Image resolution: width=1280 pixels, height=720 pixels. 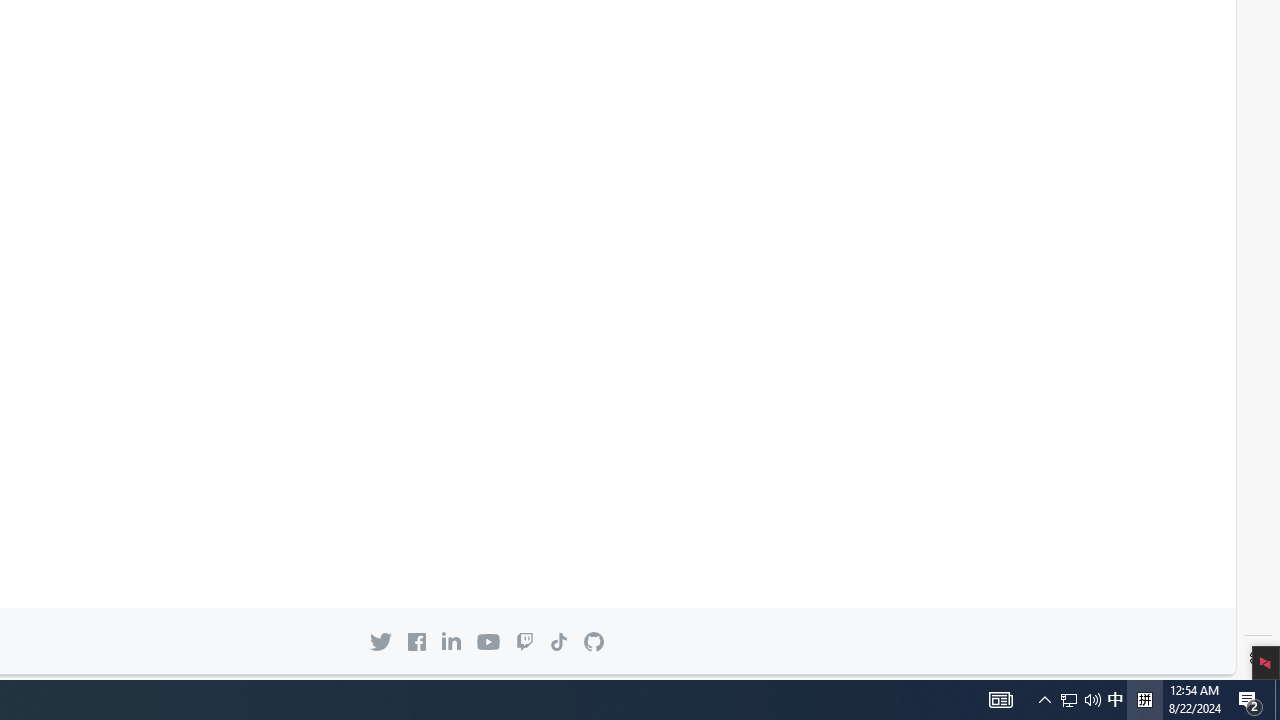 I want to click on 'GitHub mark Back to GitHub.com', so click(x=592, y=642).